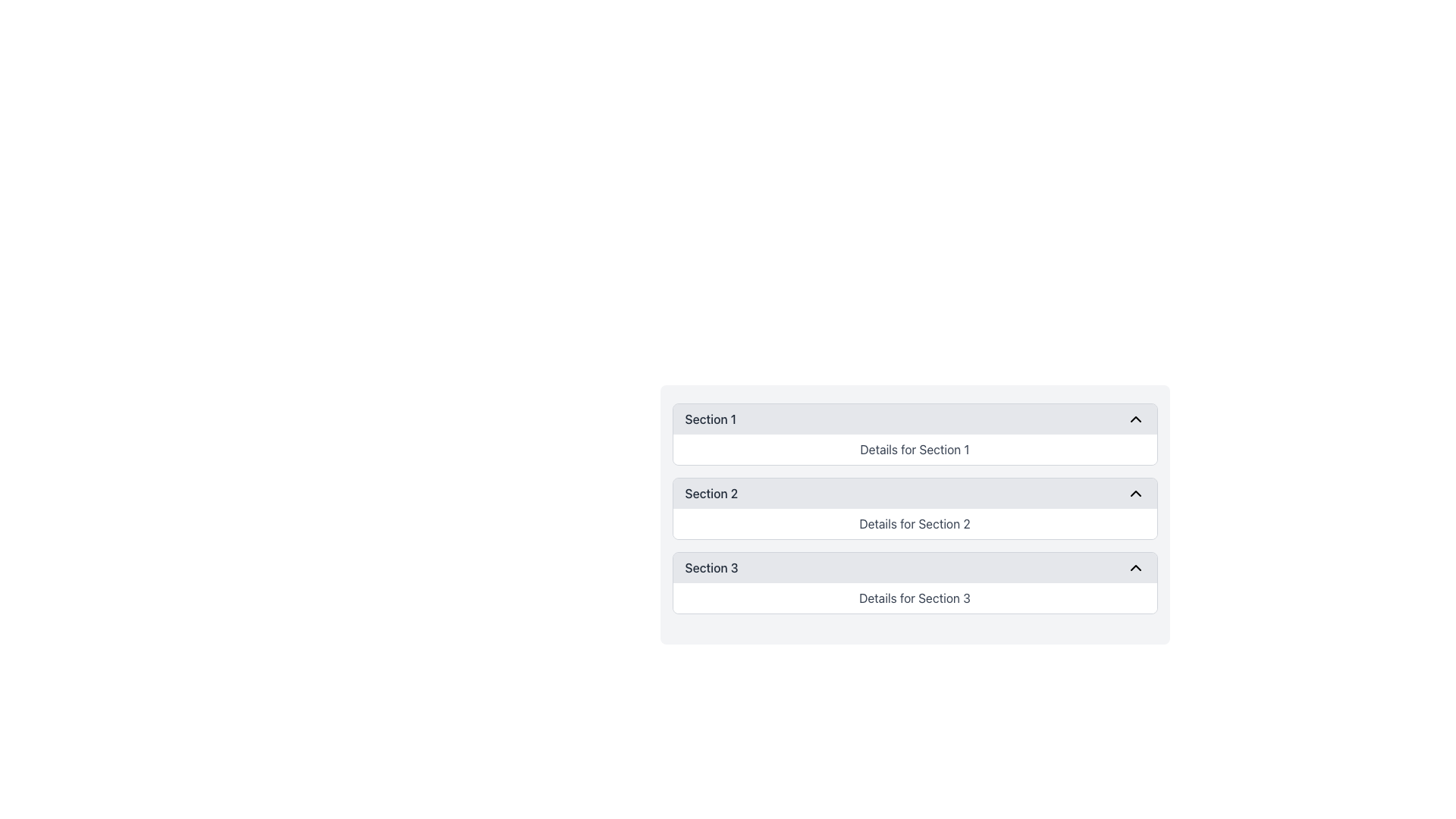 The width and height of the screenshot is (1456, 819). What do you see at coordinates (1135, 419) in the screenshot?
I see `the small upward-pointing chevron icon with a black stroke located at the far-right side of the 'Section 1' header` at bounding box center [1135, 419].